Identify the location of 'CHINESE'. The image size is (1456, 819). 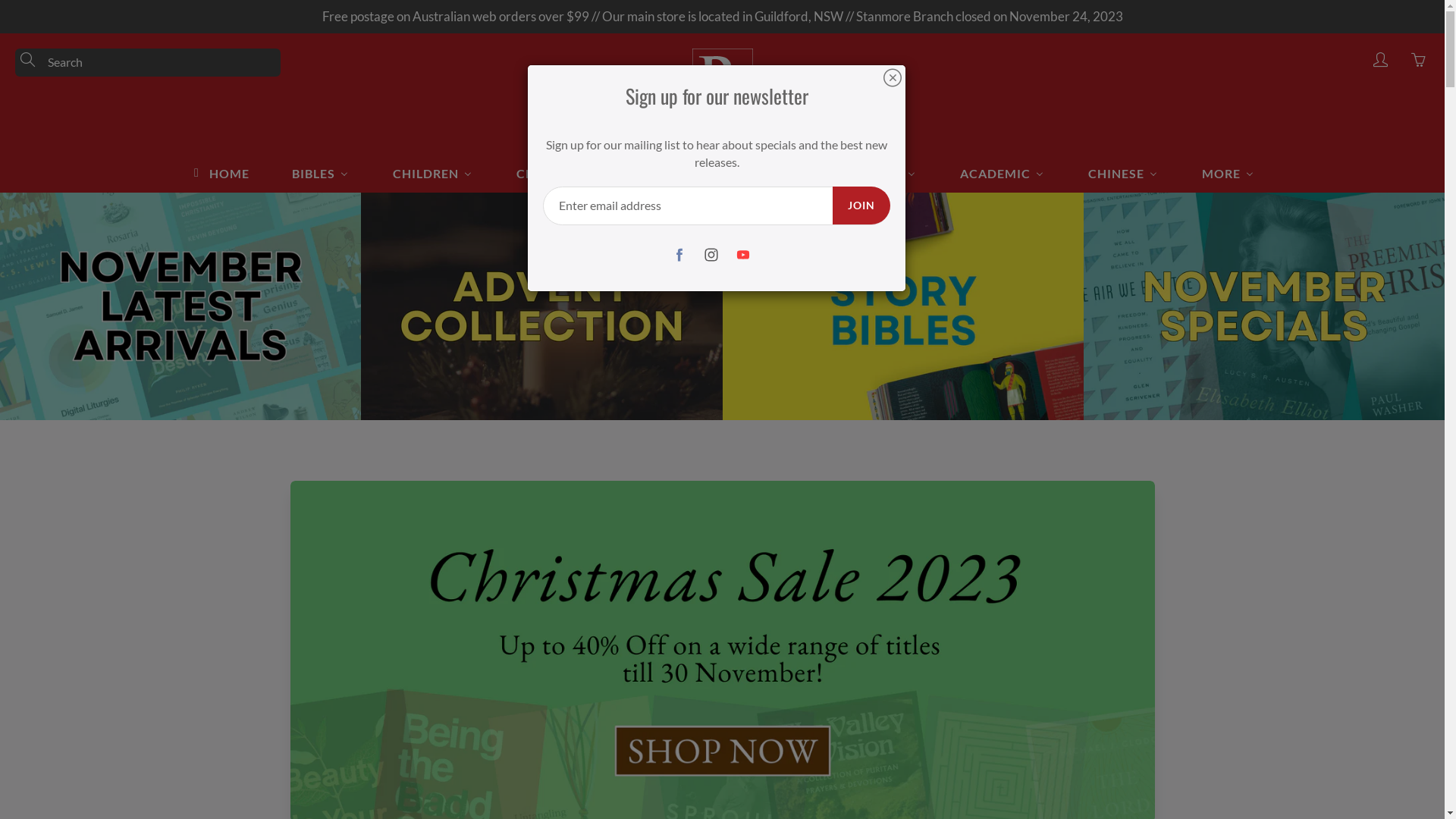
(1065, 171).